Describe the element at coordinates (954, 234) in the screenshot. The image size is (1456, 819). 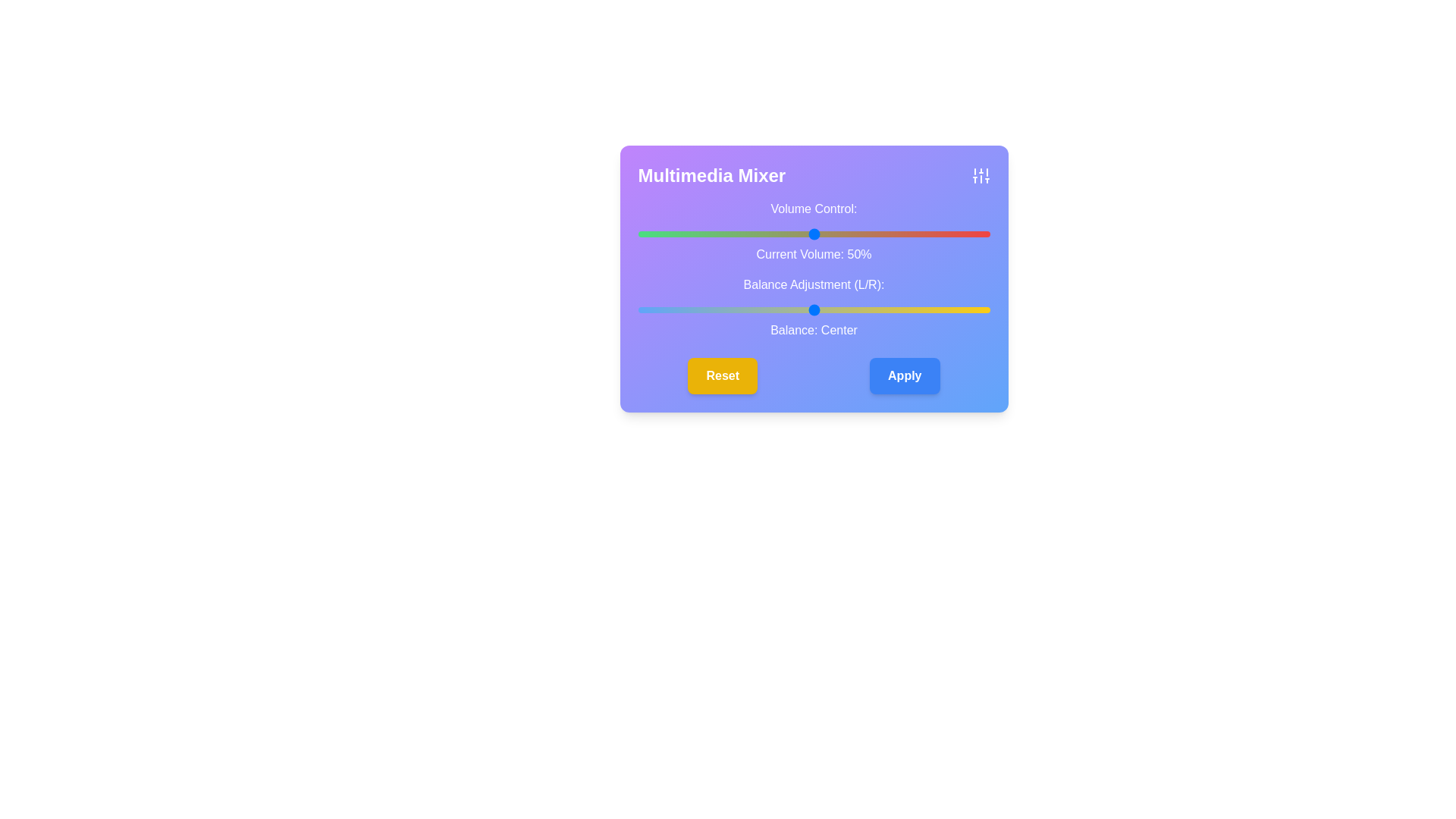
I see `the volume slider to set the volume to 90%` at that location.